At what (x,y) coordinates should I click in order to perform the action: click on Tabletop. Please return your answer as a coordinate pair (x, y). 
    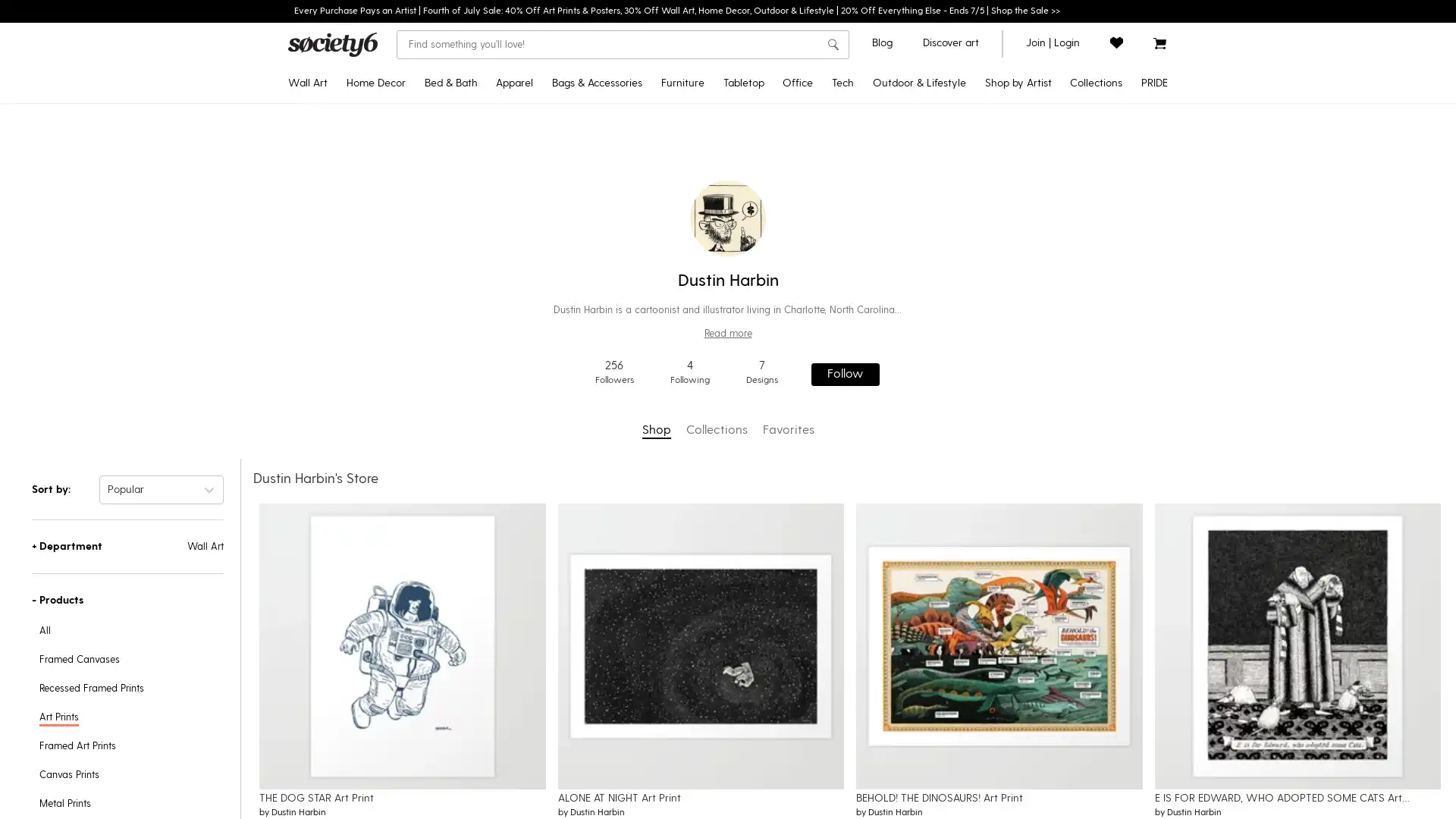
    Looking at the image, I should click on (742, 83).